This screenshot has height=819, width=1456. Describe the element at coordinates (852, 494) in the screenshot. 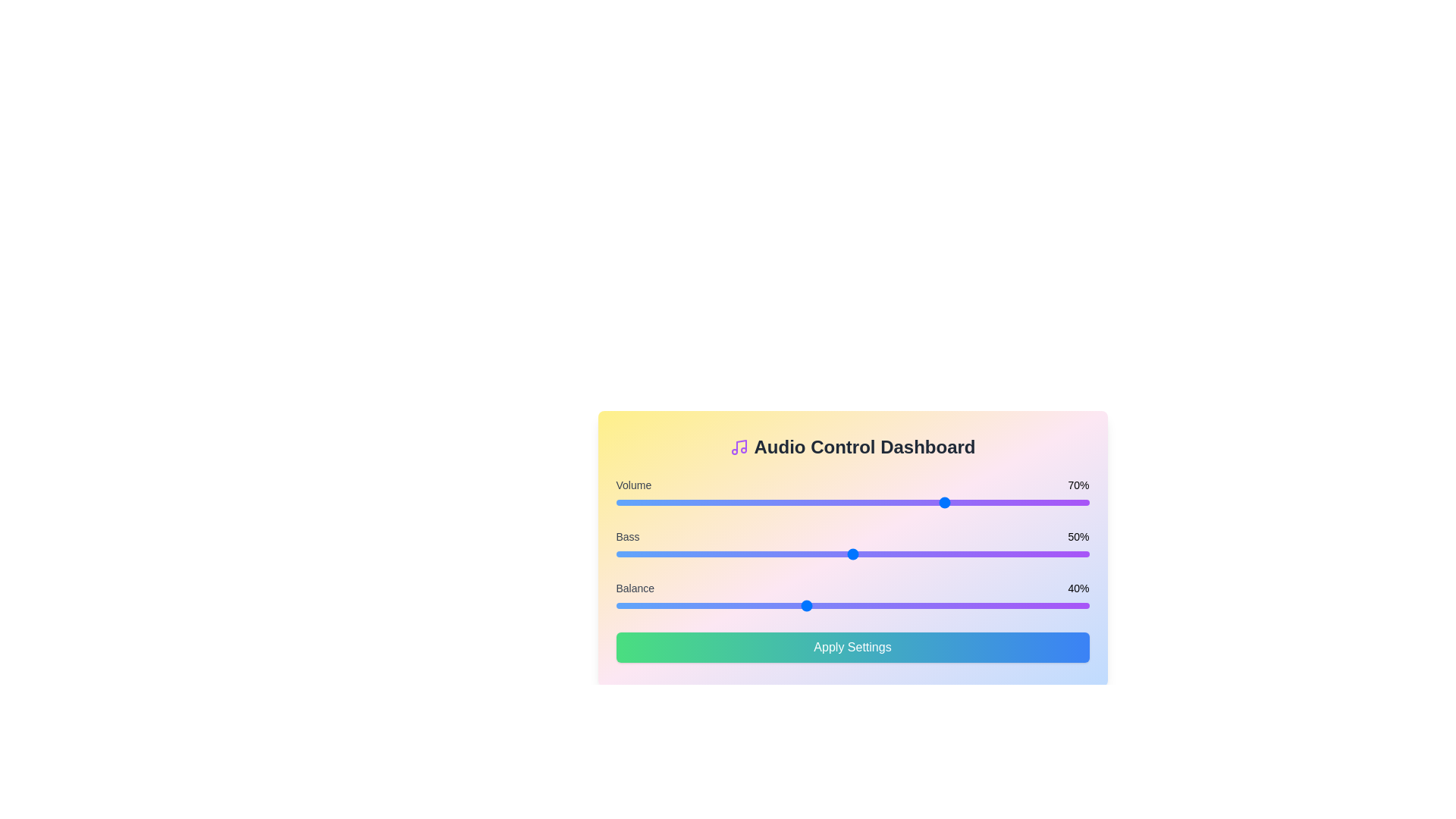

I see `the Volume Control Slider element, which features a label 'Volume', a percentage value of '70%', and a blue control indicator, to provide visual feedback` at that location.